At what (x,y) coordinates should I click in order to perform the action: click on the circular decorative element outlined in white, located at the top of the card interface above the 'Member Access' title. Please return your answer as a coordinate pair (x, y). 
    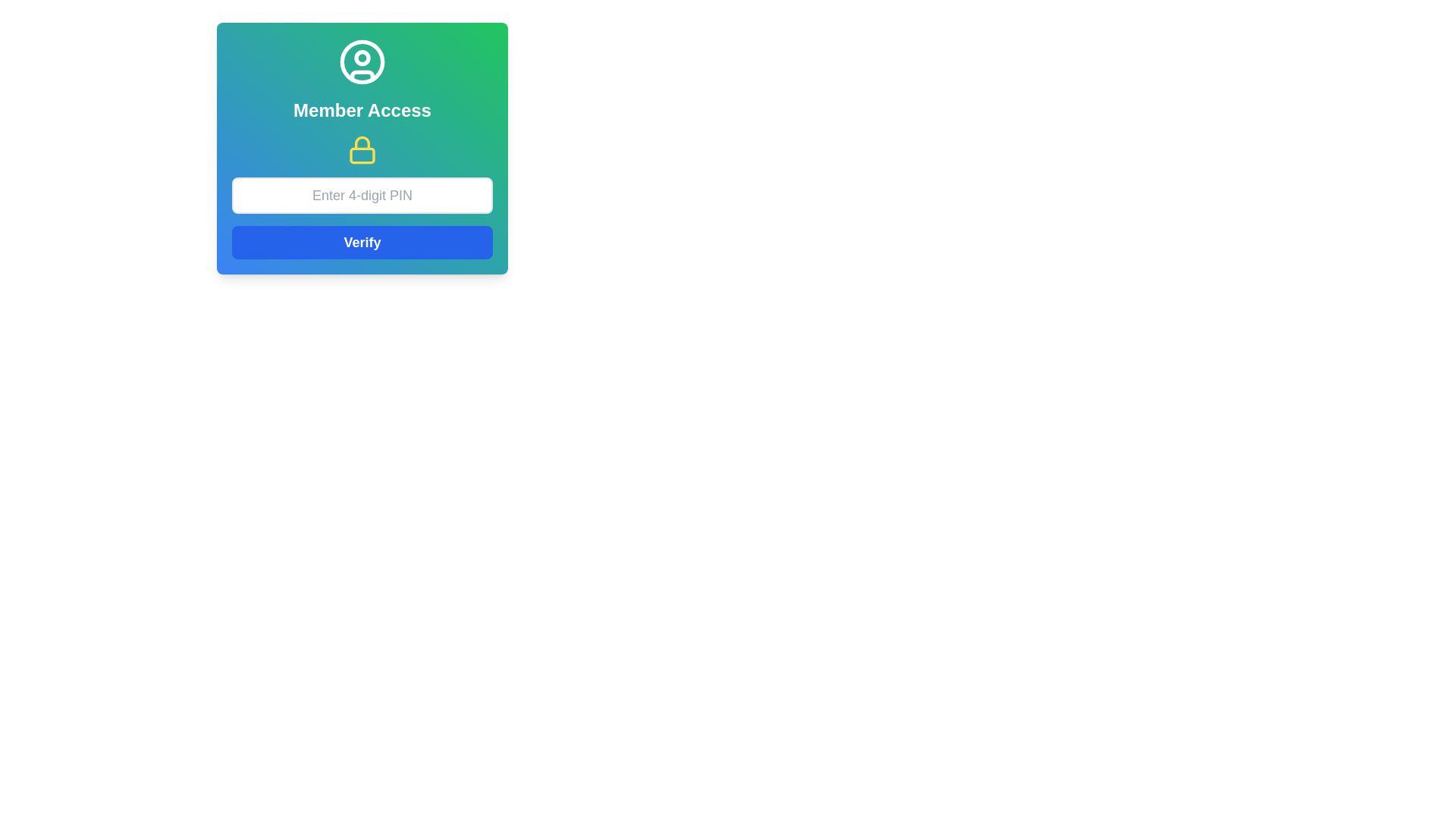
    Looking at the image, I should click on (362, 61).